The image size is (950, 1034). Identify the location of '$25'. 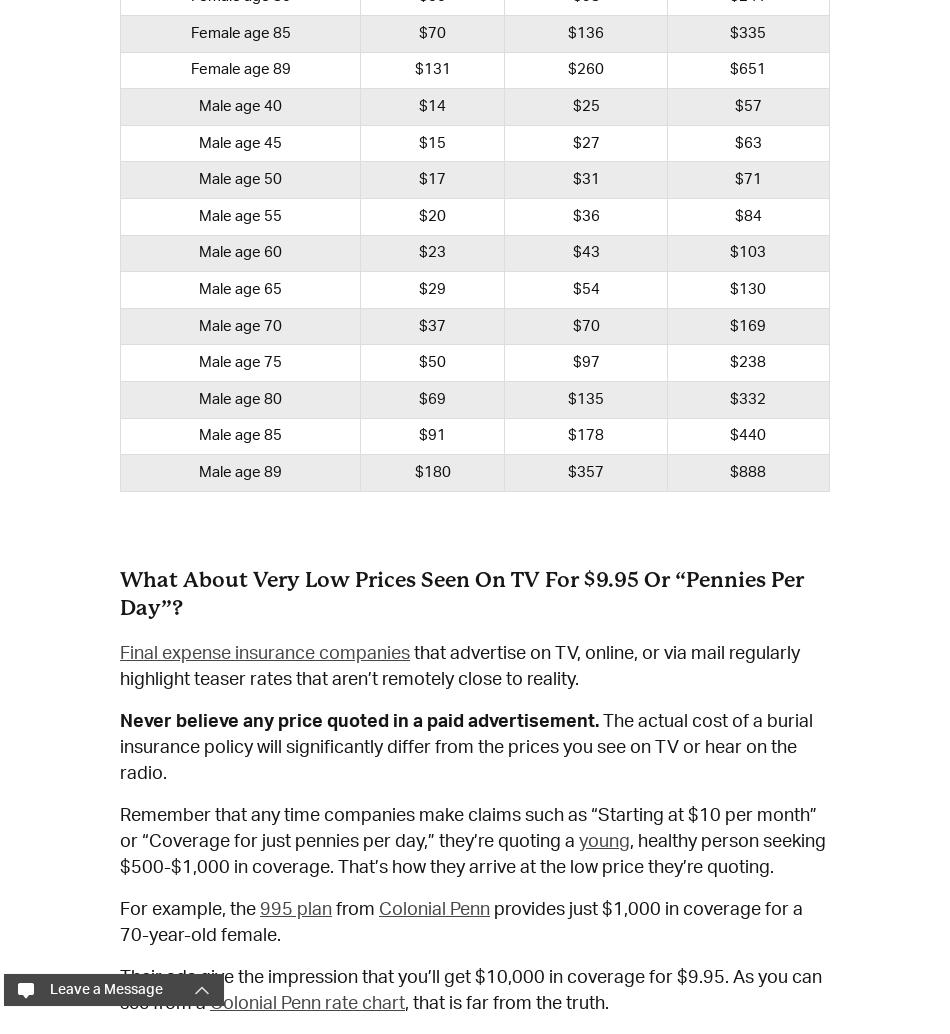
(585, 105).